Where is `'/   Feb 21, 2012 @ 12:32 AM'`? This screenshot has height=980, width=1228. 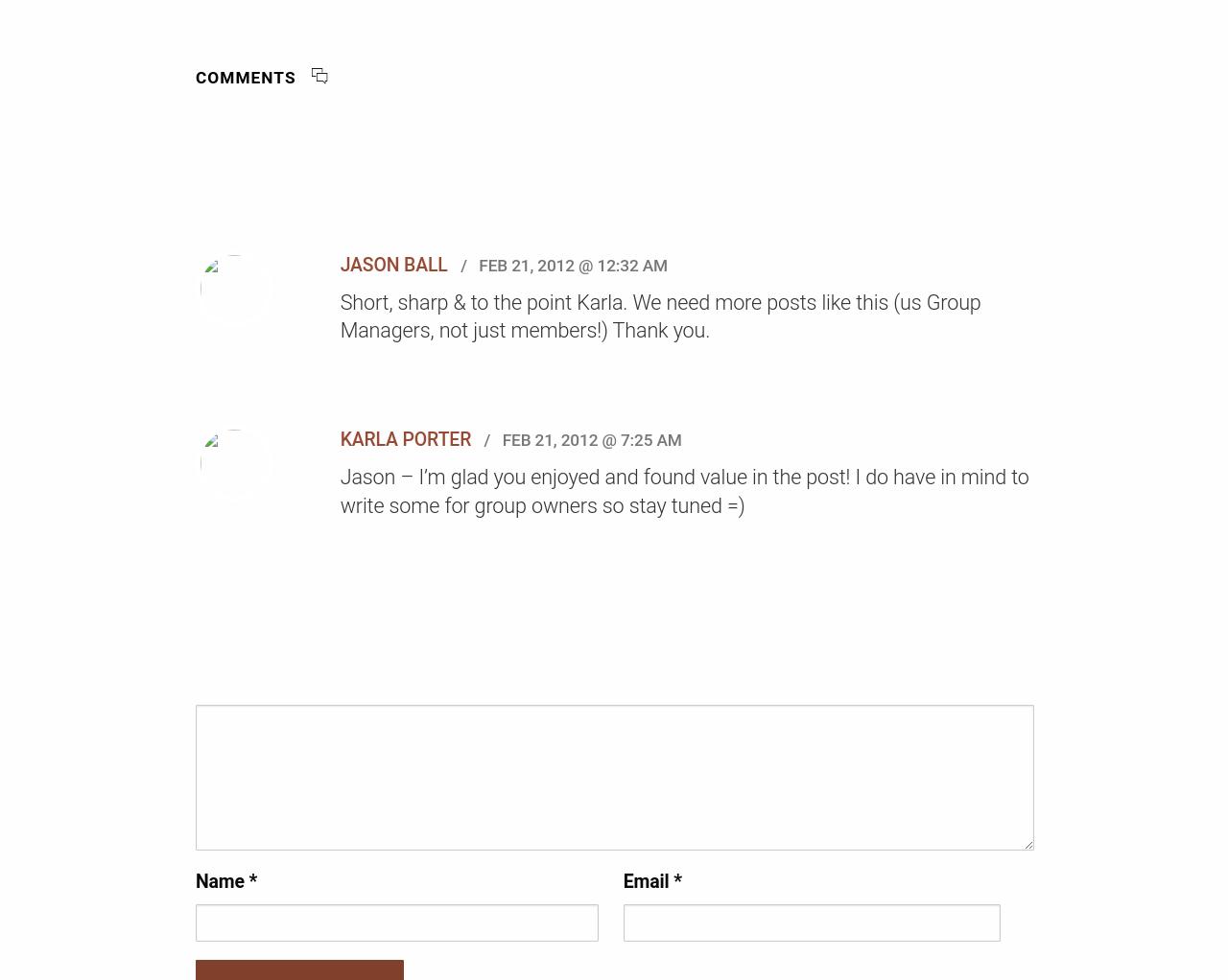
'/   Feb 21, 2012 @ 12:32 AM' is located at coordinates (558, 265).